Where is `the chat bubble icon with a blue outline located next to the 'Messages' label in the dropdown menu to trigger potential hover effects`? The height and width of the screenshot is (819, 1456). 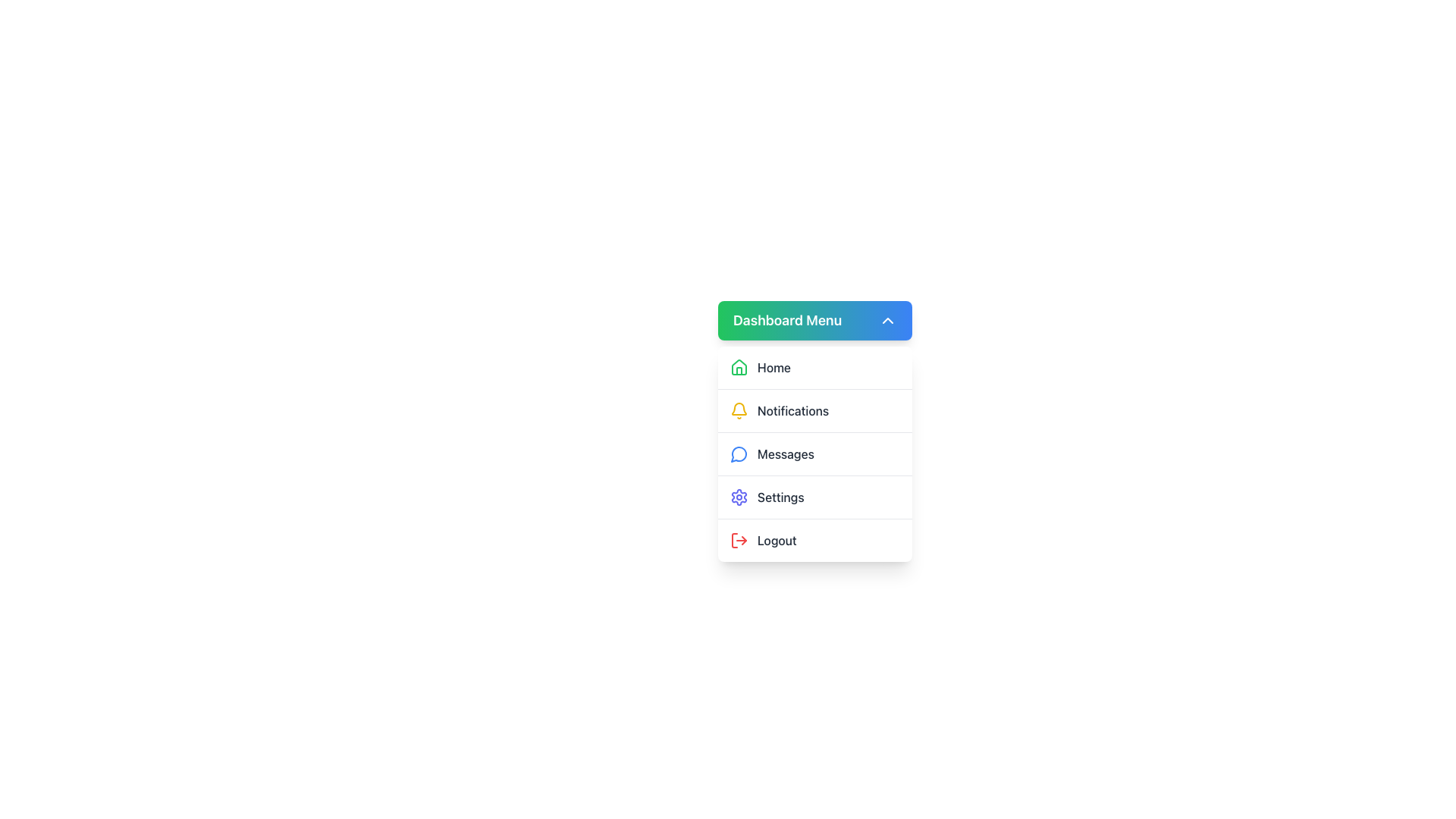 the chat bubble icon with a blue outline located next to the 'Messages' label in the dropdown menu to trigger potential hover effects is located at coordinates (739, 453).